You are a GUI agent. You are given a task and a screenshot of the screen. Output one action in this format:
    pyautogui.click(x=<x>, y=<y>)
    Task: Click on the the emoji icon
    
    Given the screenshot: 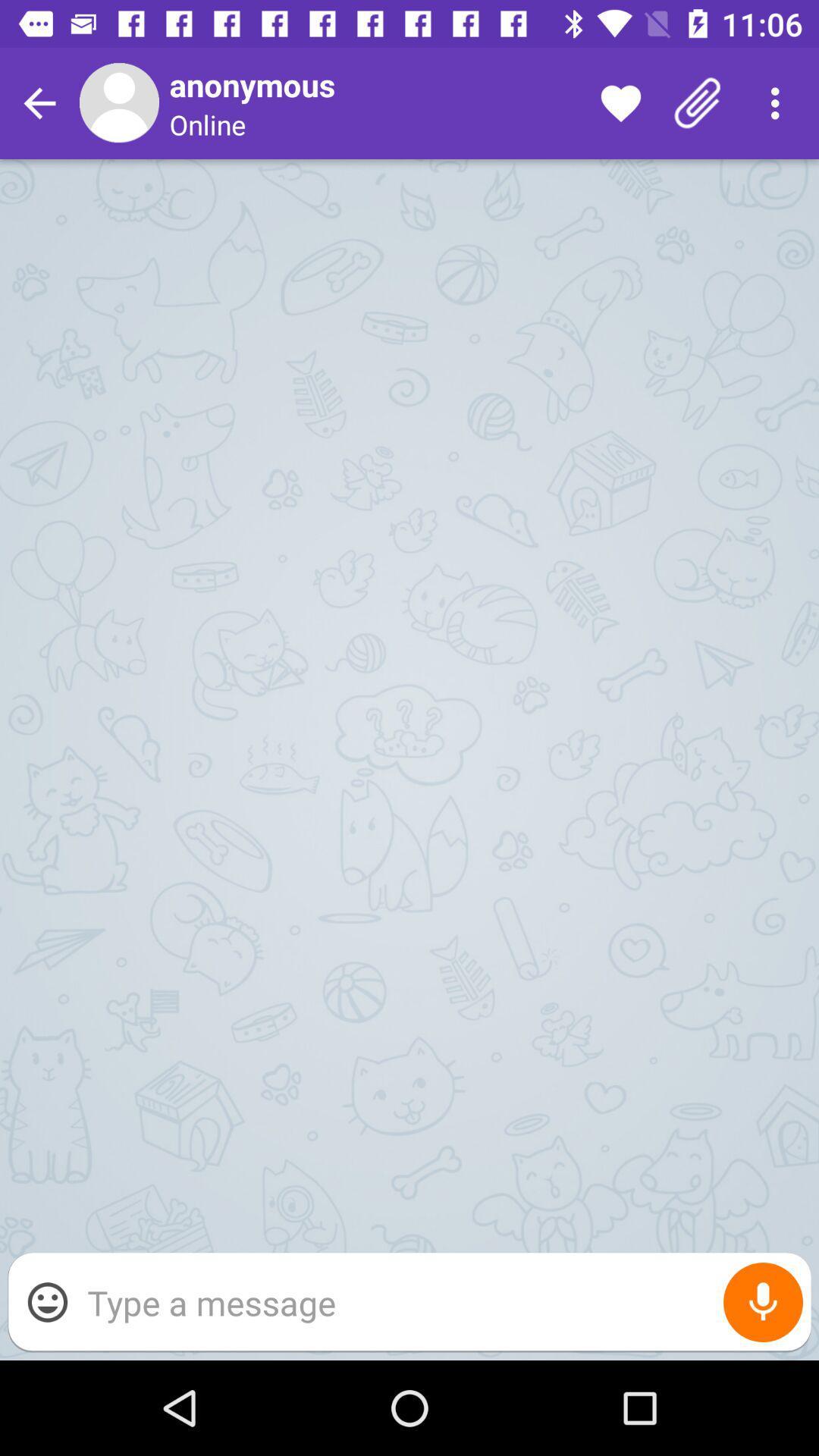 What is the action you would take?
    pyautogui.click(x=46, y=1301)
    